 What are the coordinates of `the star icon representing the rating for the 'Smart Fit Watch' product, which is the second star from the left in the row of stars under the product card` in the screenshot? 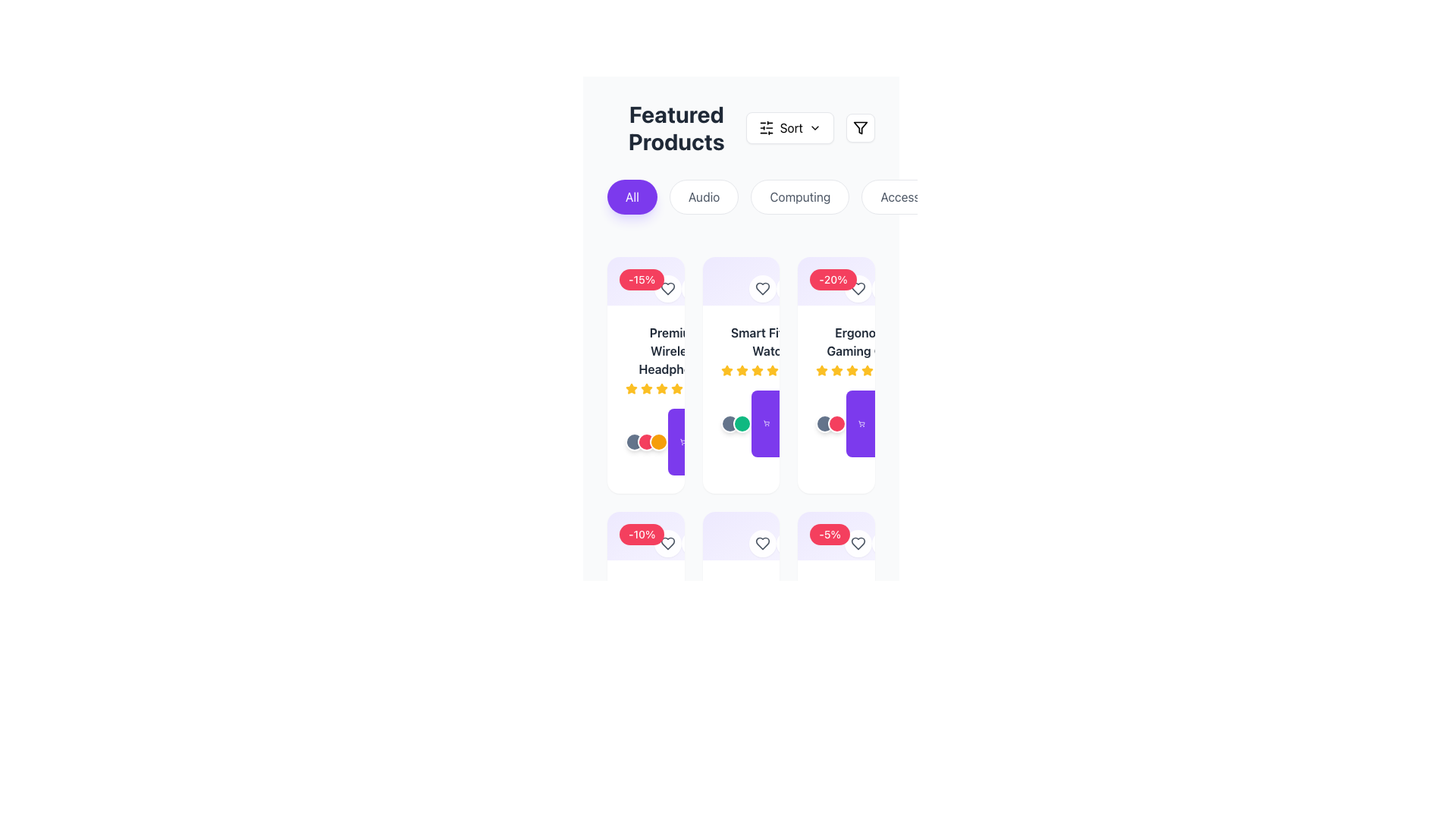 It's located at (742, 370).